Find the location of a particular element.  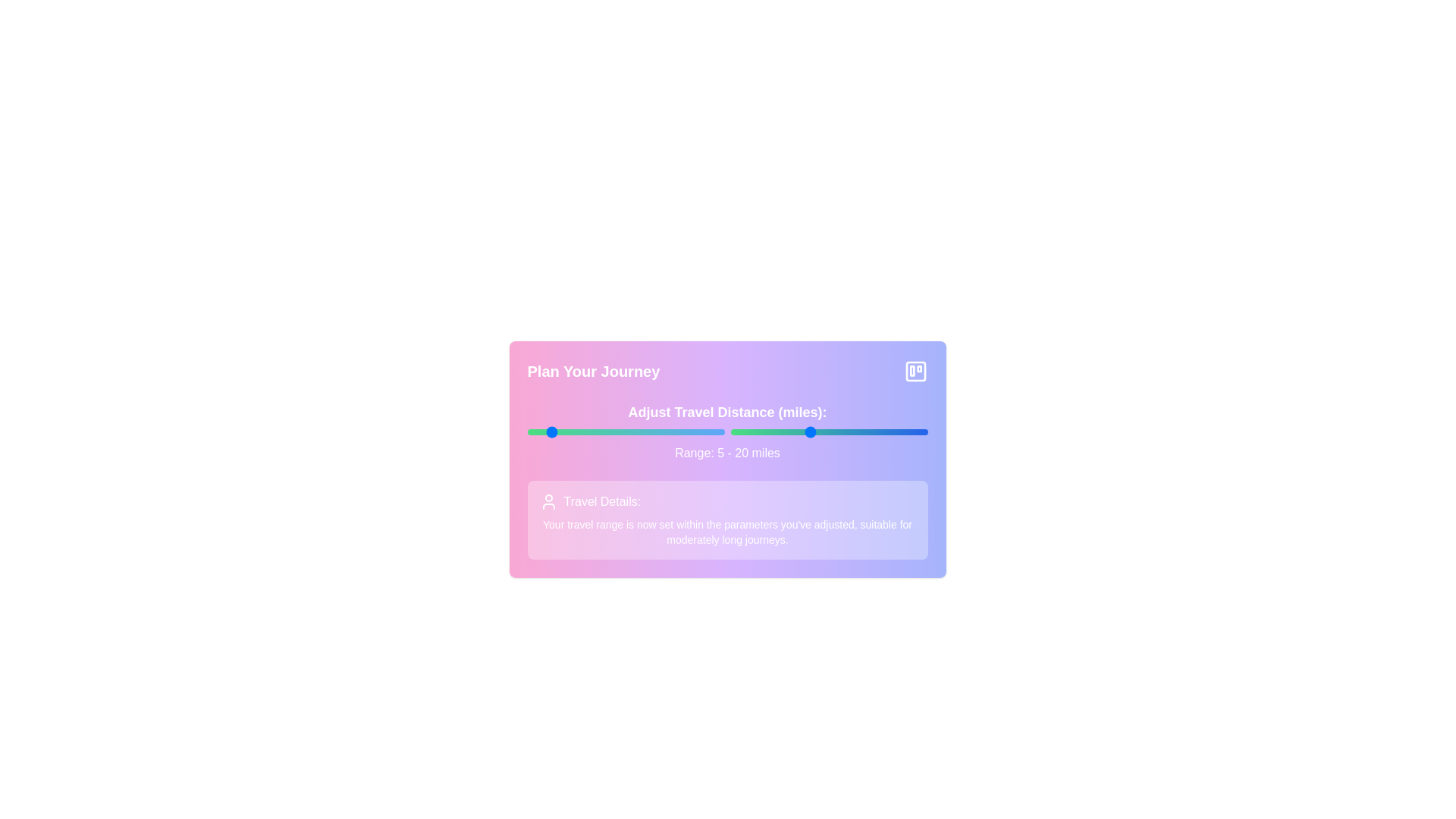

the second SVG subcomponent within the Trello board interface icon located in the top-right corner of the purple gradient card titled 'Plan Your Journey' is located at coordinates (911, 371).